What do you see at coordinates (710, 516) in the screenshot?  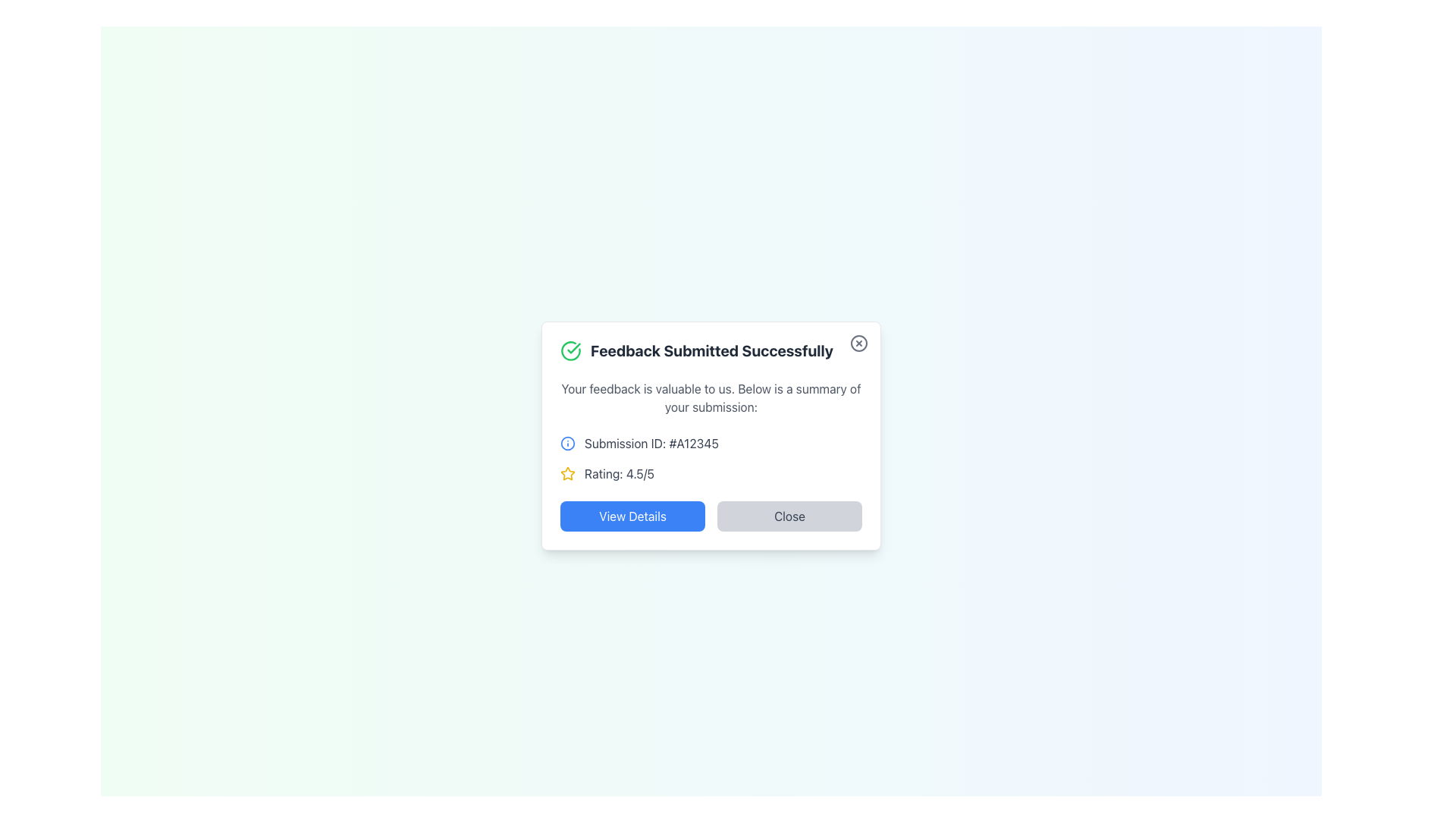 I see `the button group located at the bottom of the card layout that contains 'View Details' and 'Close' buttons to observe visual feedback` at bounding box center [710, 516].